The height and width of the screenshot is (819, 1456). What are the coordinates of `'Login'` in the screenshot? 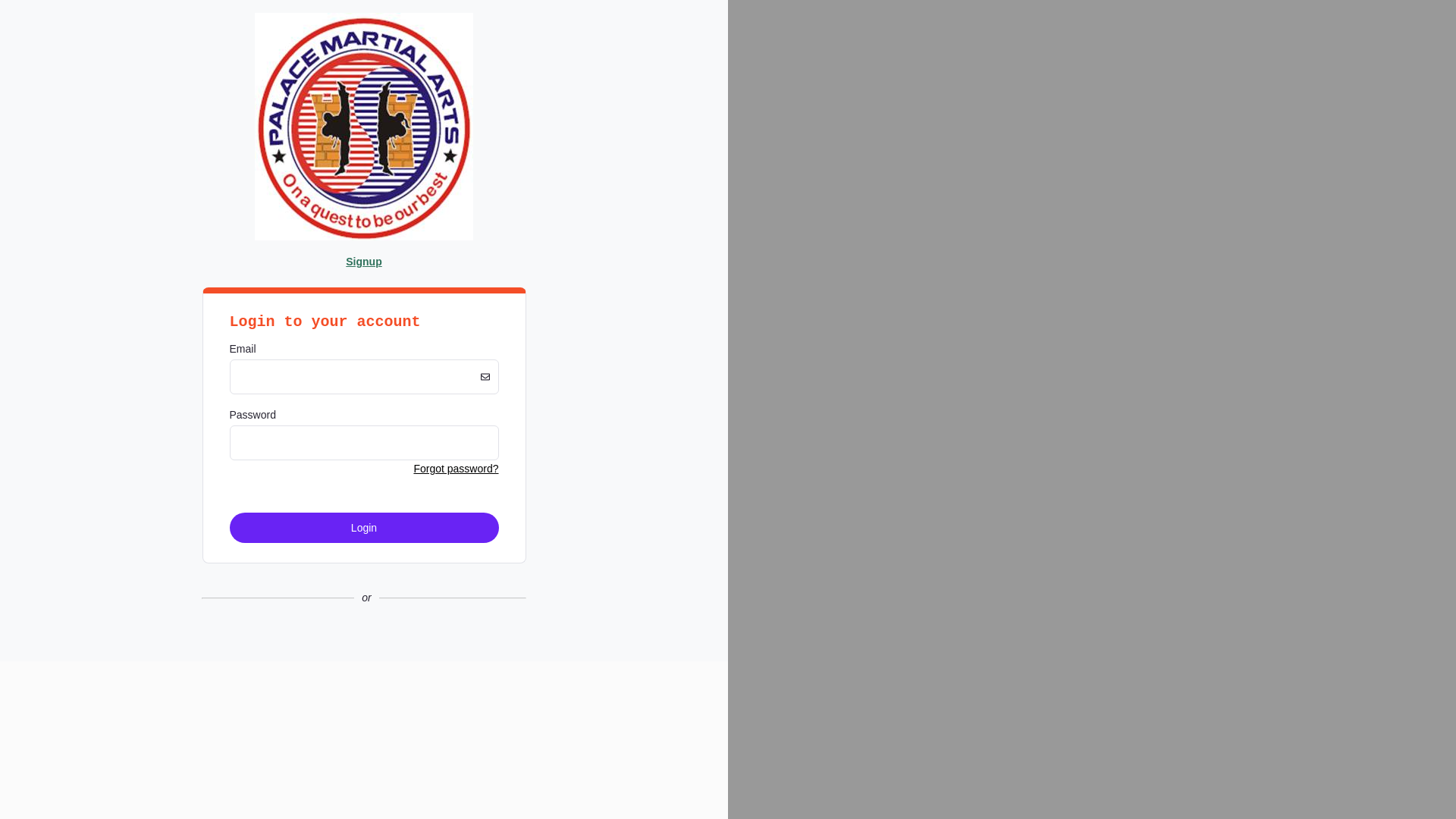 It's located at (362, 526).